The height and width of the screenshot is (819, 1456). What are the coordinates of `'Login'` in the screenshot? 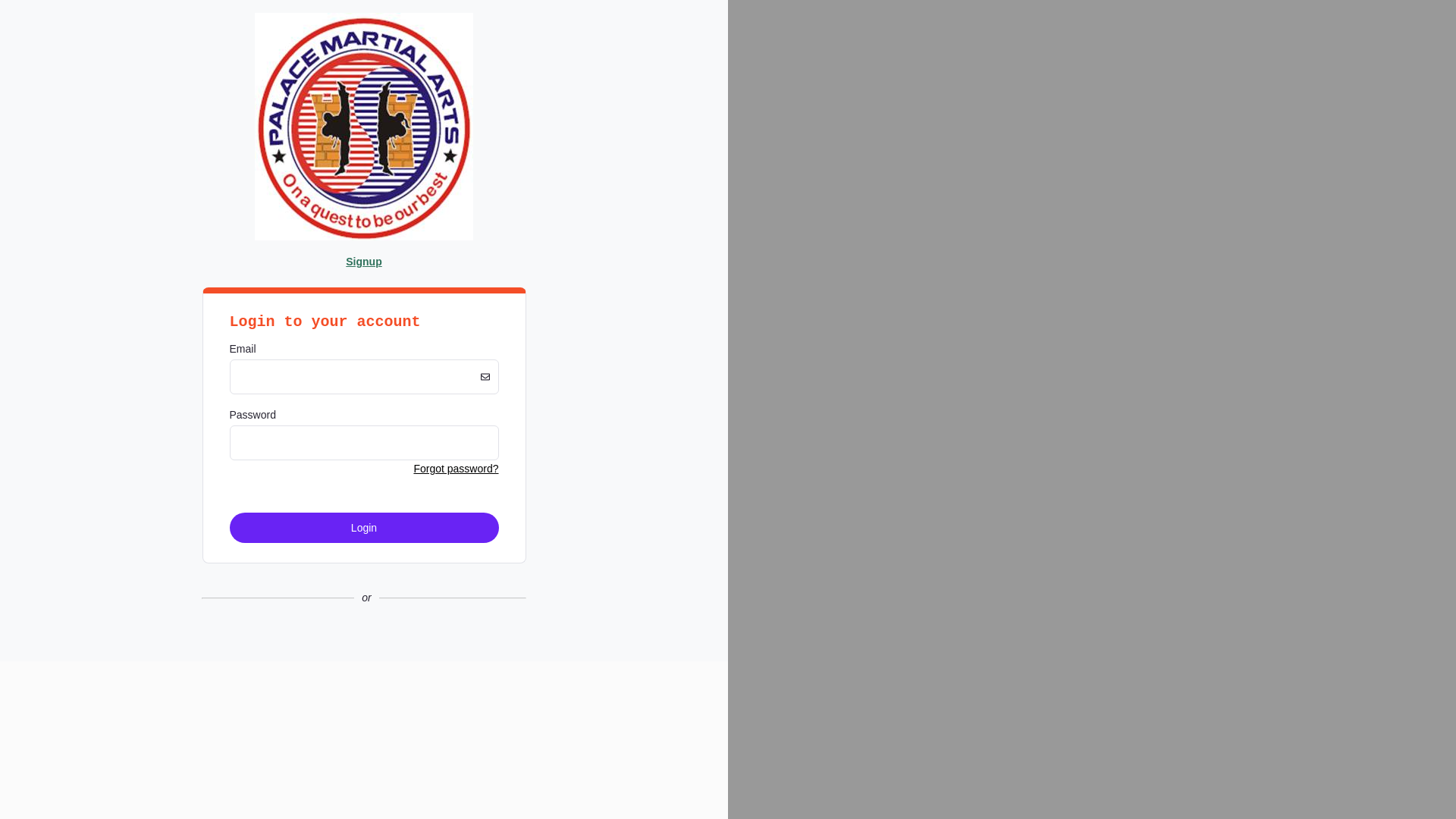 It's located at (362, 526).